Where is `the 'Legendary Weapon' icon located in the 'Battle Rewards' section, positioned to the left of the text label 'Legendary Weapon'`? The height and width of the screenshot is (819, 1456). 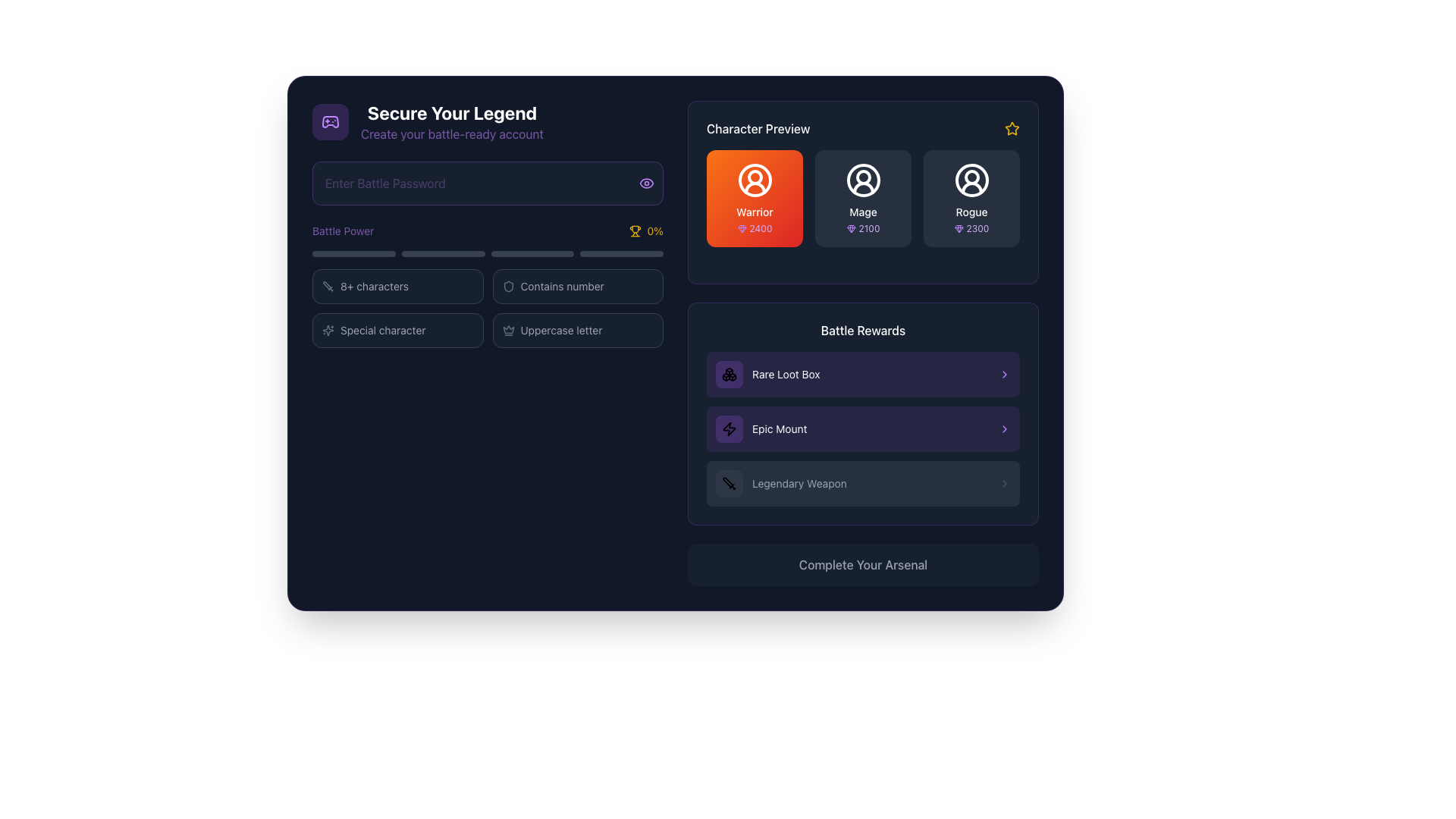
the 'Legendary Weapon' icon located in the 'Battle Rewards' section, positioned to the left of the text label 'Legendary Weapon' is located at coordinates (729, 483).